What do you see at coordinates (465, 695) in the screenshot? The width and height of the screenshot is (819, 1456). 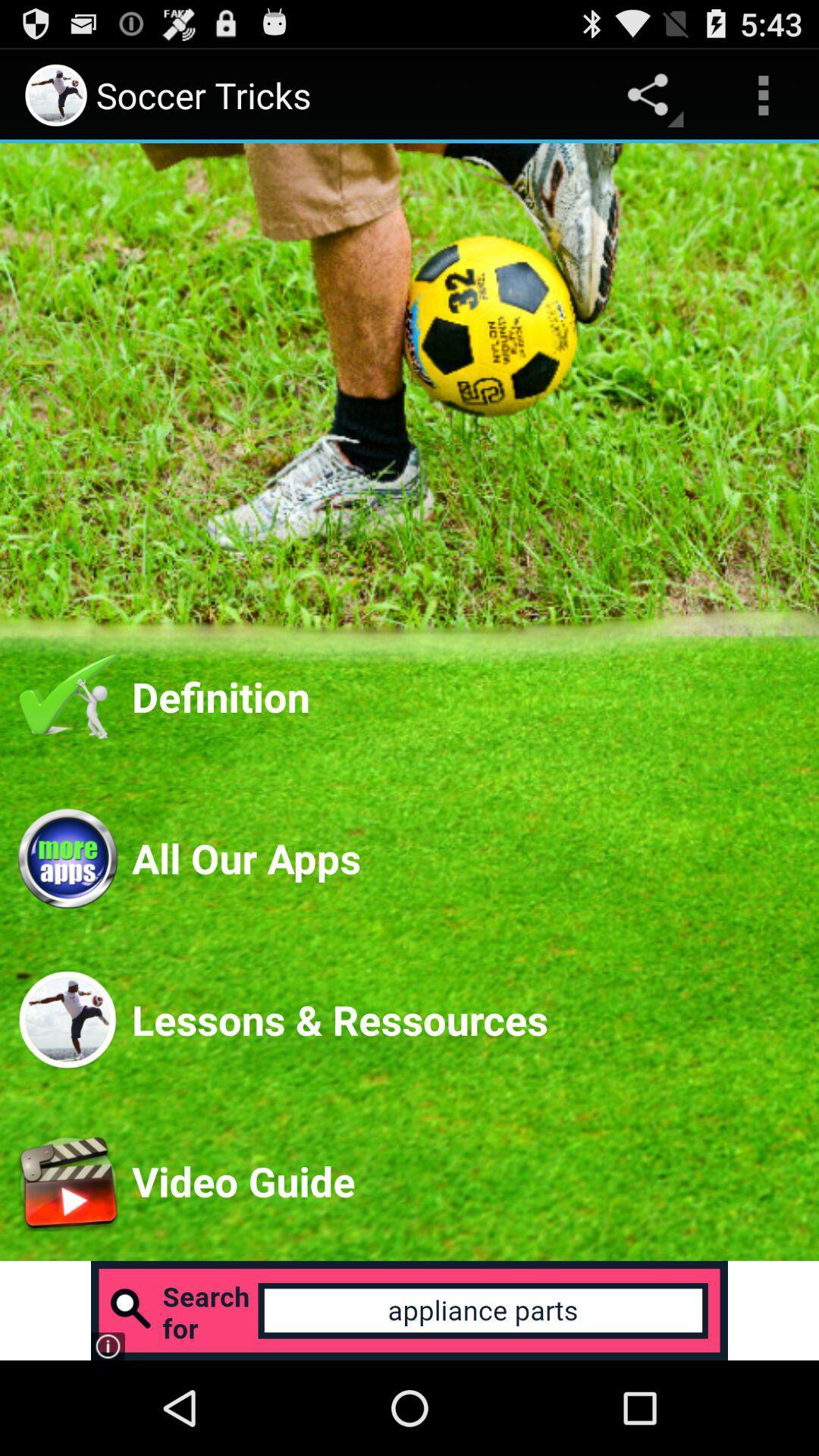 I see `definition icon` at bounding box center [465, 695].